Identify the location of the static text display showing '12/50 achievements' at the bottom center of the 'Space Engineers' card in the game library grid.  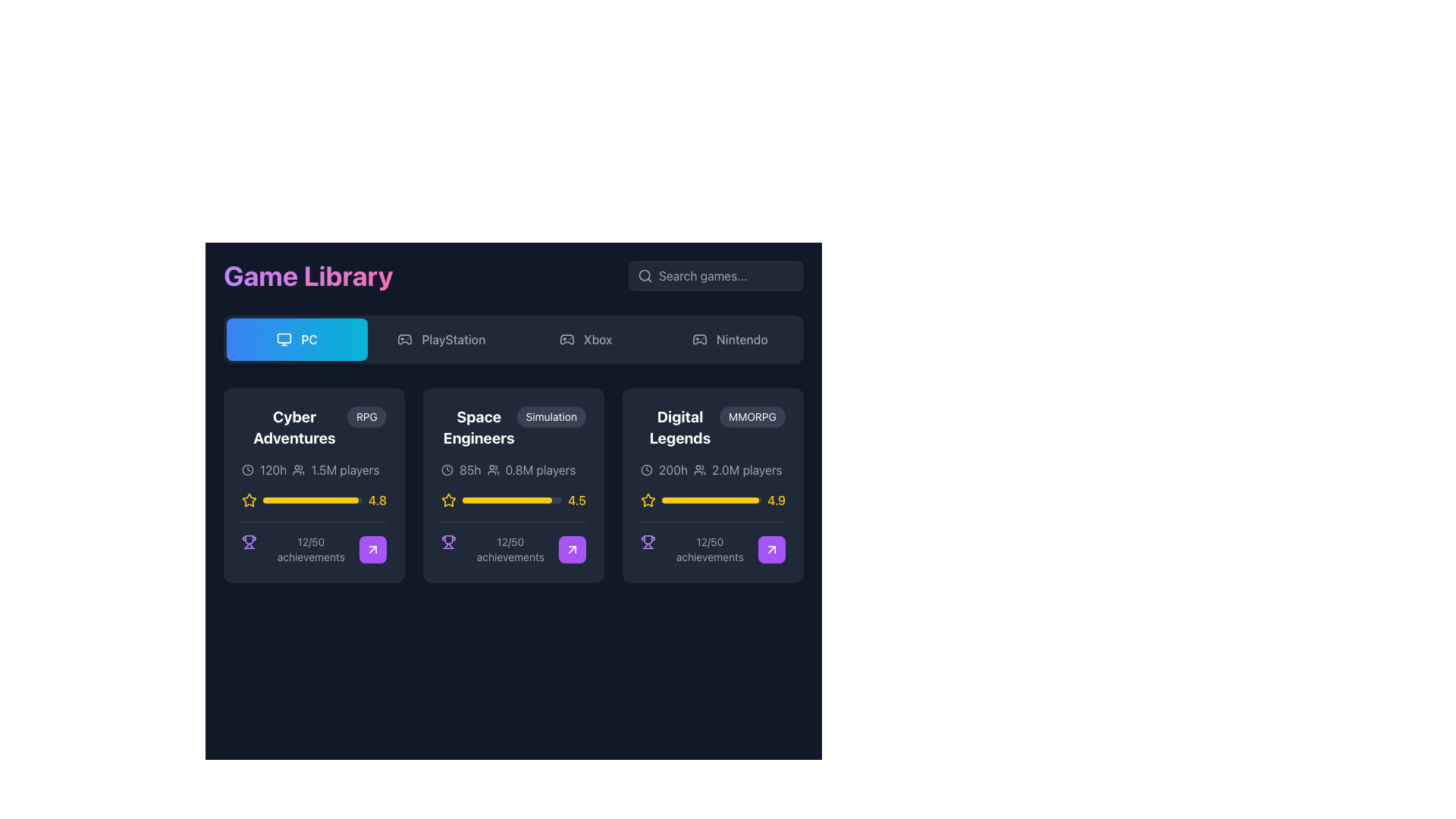
(510, 550).